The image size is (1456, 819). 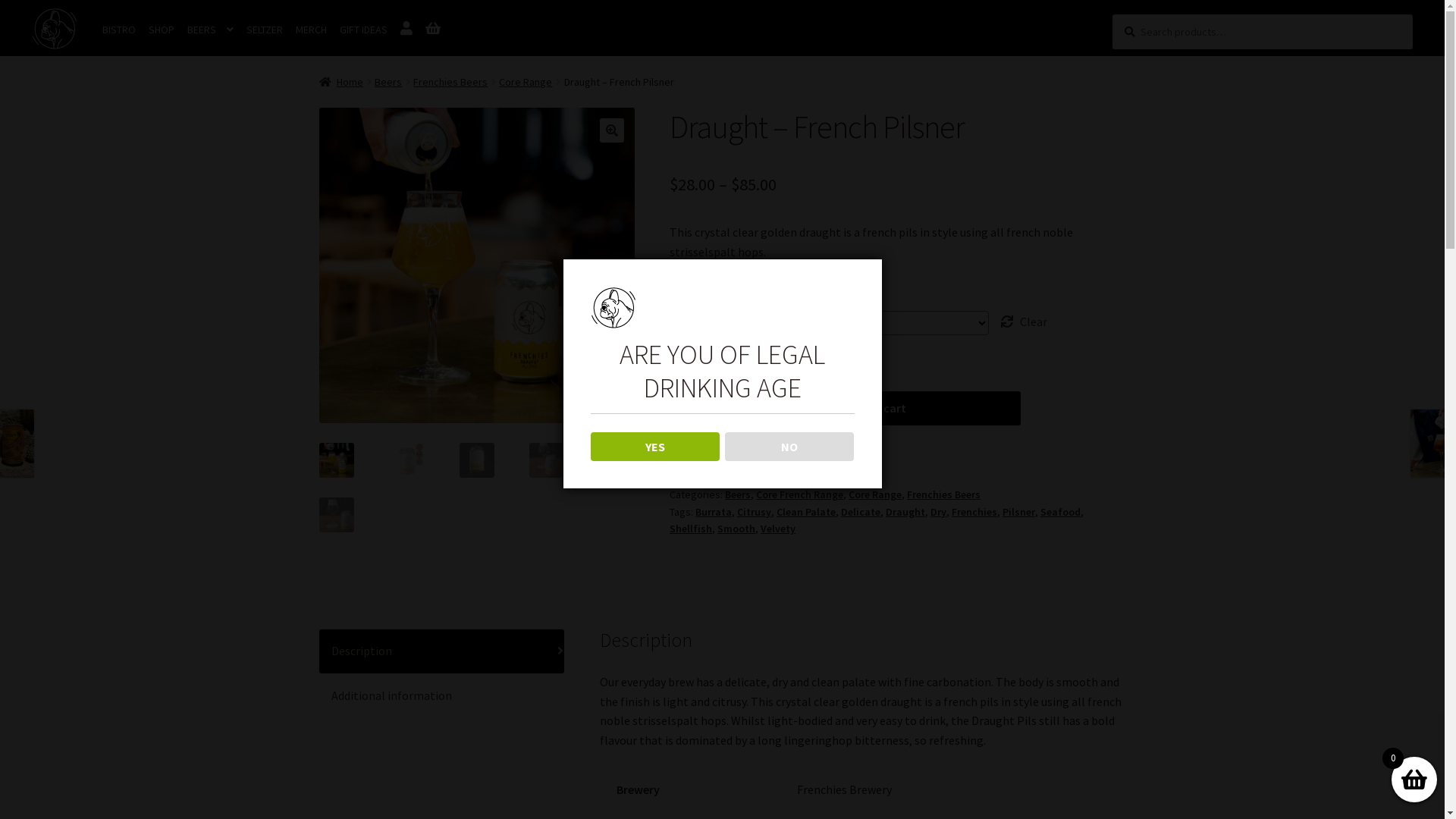 I want to click on 'Frenchies', so click(x=974, y=512).